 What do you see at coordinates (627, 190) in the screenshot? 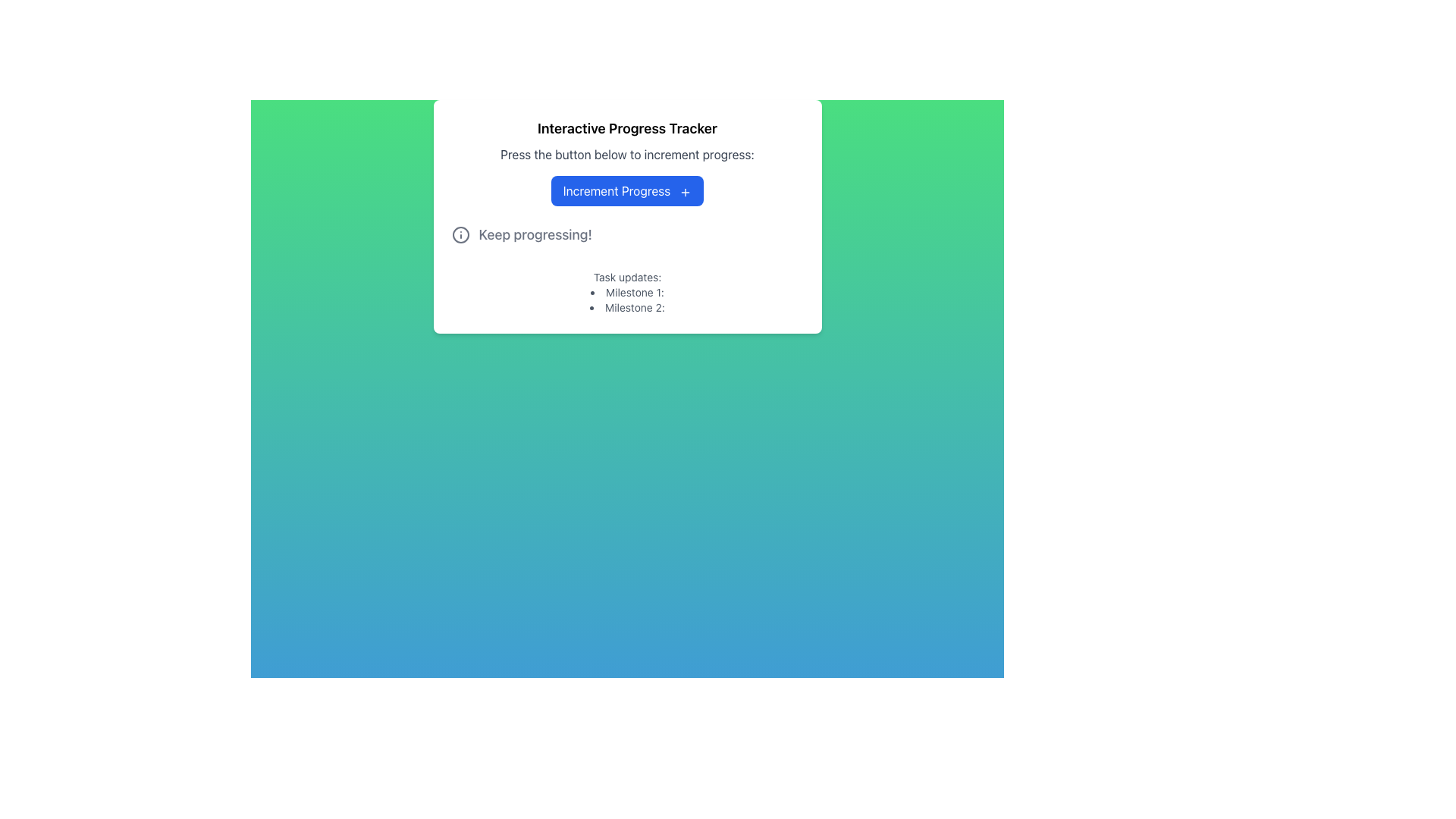
I see `the button with rounded corners and a blue background that contains the text 'Increment Progress' and a '+' icon` at bounding box center [627, 190].